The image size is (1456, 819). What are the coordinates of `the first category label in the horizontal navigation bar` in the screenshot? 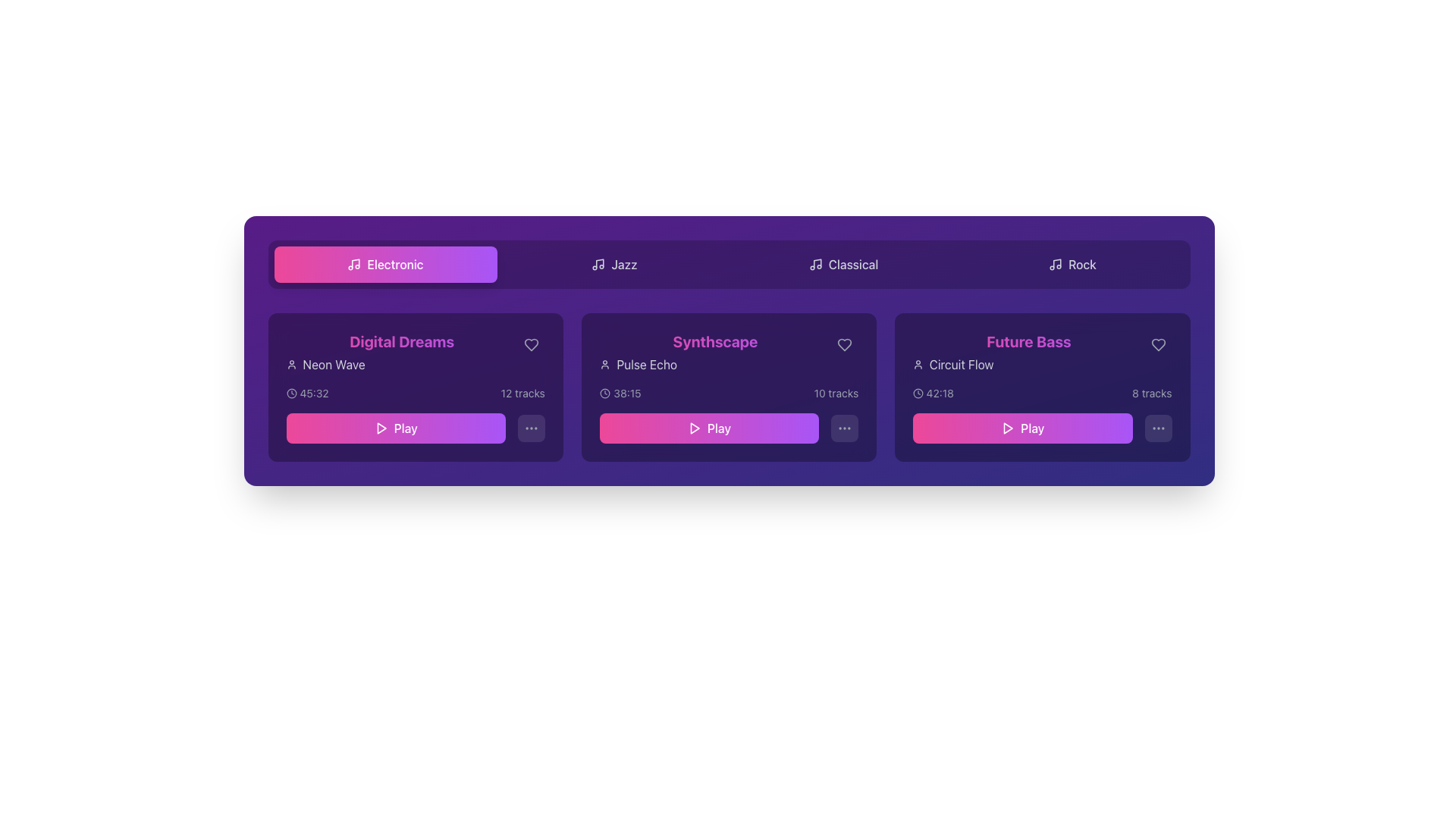 It's located at (395, 263).